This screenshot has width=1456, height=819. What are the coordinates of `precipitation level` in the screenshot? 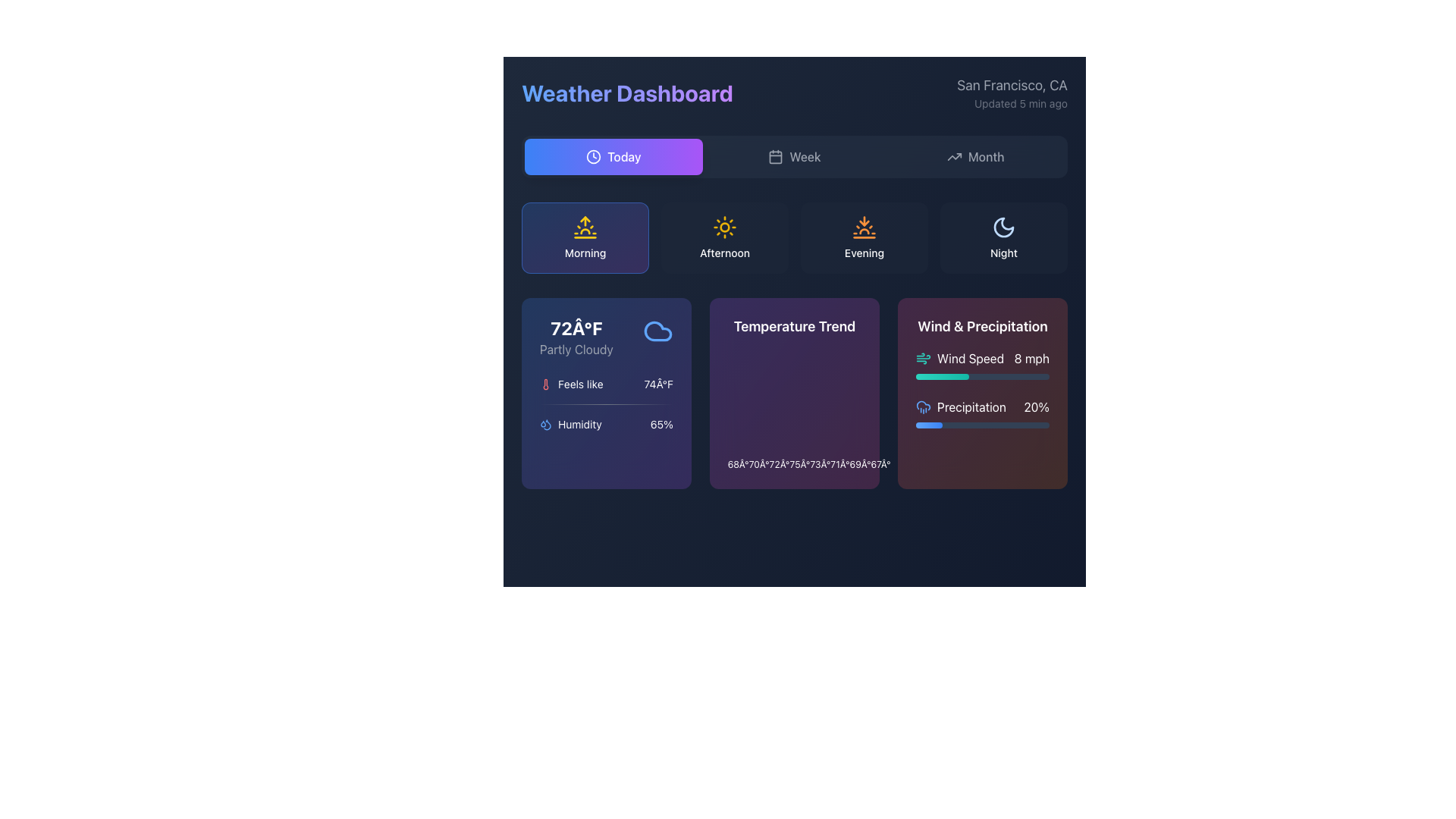 It's located at (978, 376).